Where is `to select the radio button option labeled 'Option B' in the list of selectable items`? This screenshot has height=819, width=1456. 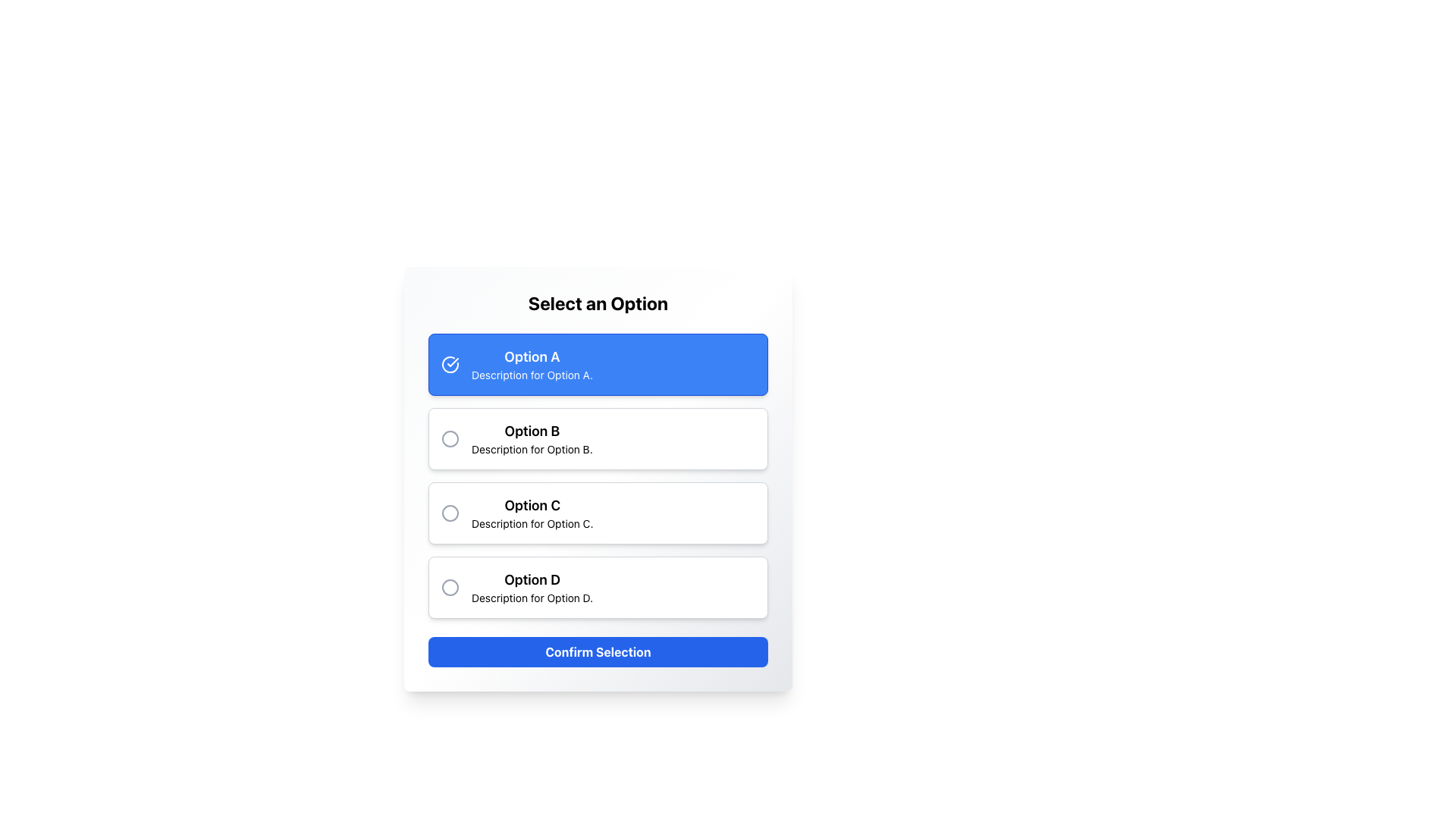 to select the radio button option labeled 'Option B' in the list of selectable items is located at coordinates (532, 438).